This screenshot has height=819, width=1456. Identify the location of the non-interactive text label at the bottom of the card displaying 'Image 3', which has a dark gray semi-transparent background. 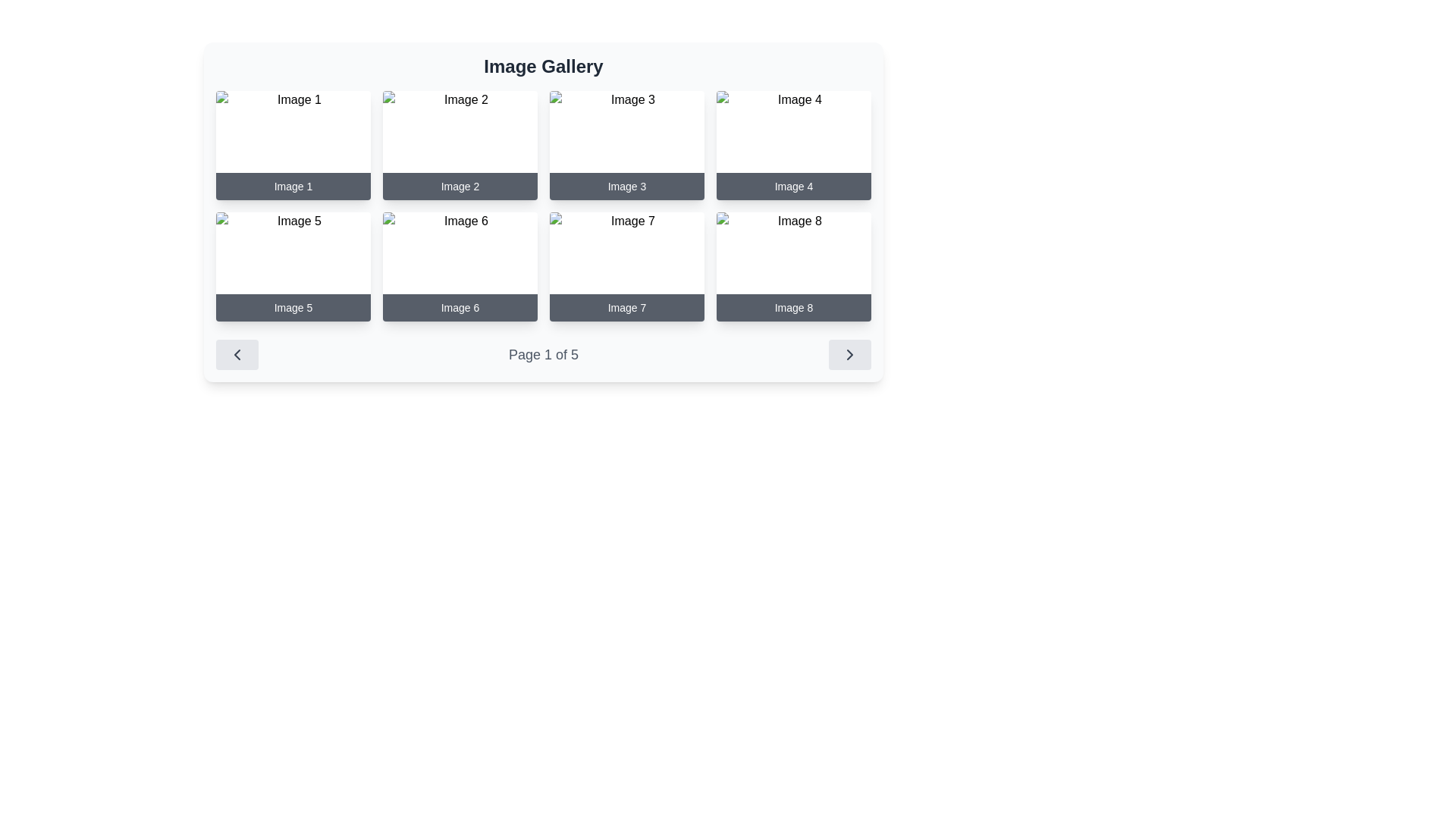
(626, 186).